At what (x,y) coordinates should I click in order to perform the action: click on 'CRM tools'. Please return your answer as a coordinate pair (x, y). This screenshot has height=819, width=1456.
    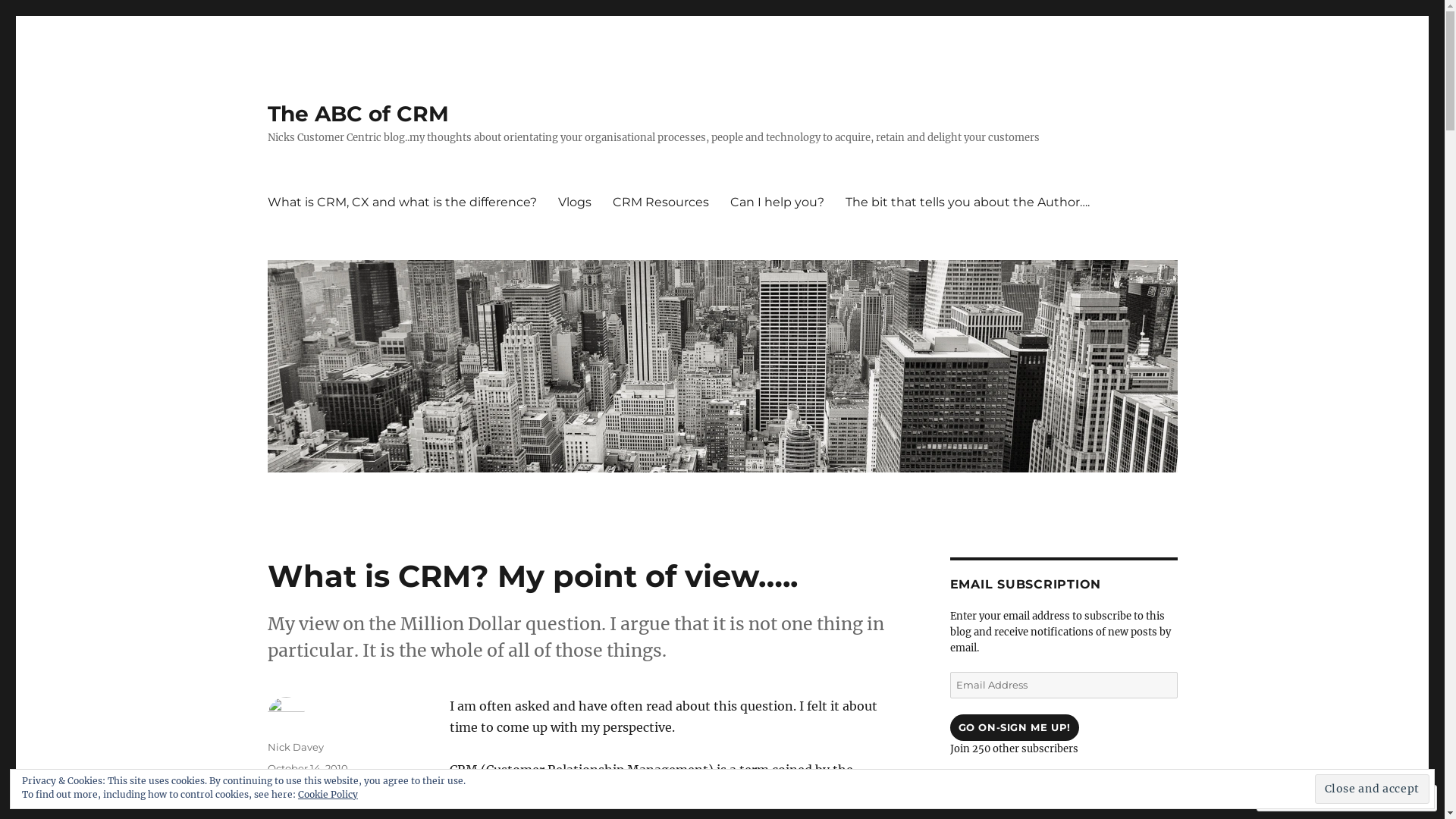
    Looking at the image, I should click on (351, 789).